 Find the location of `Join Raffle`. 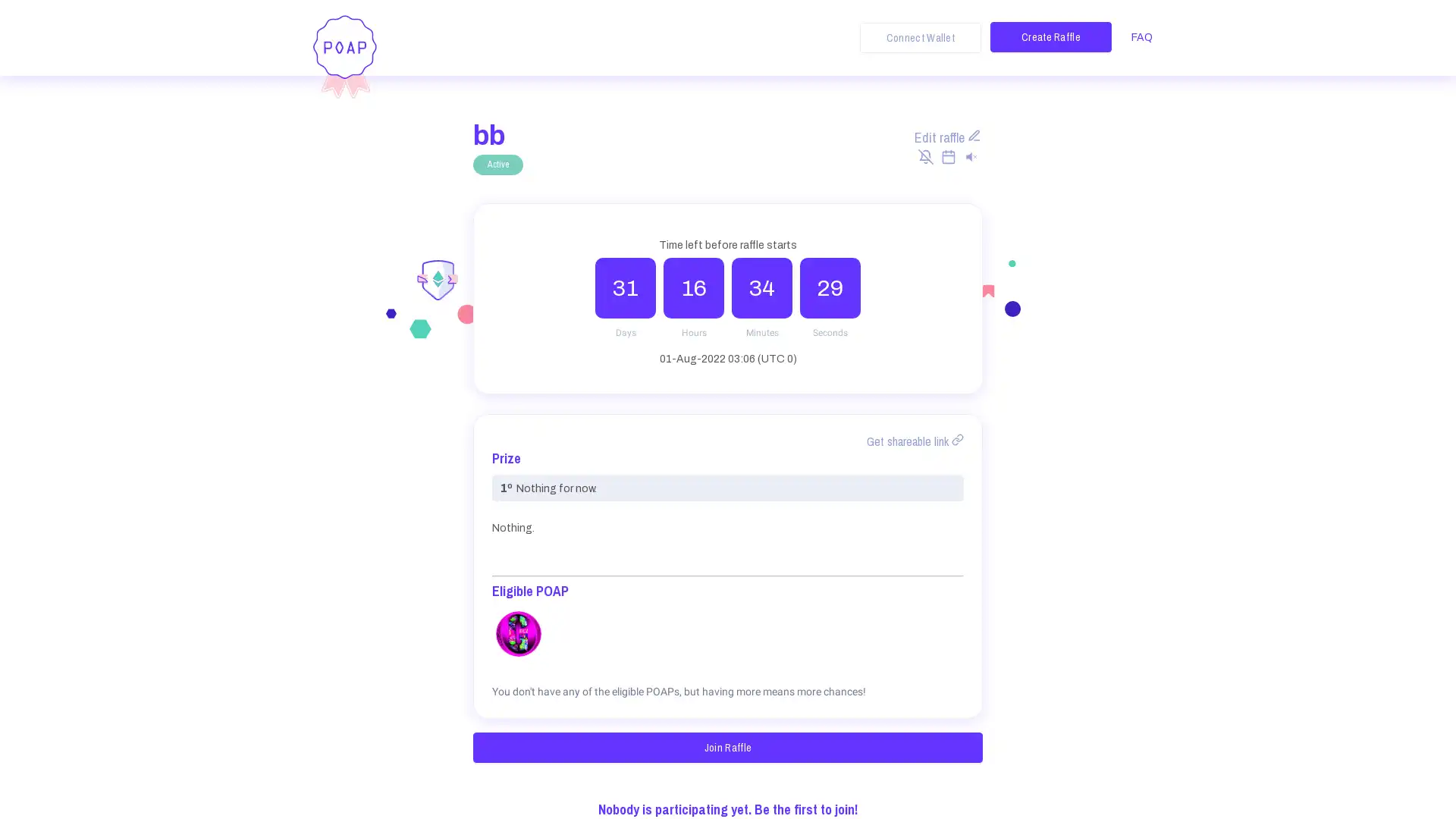

Join Raffle is located at coordinates (728, 747).